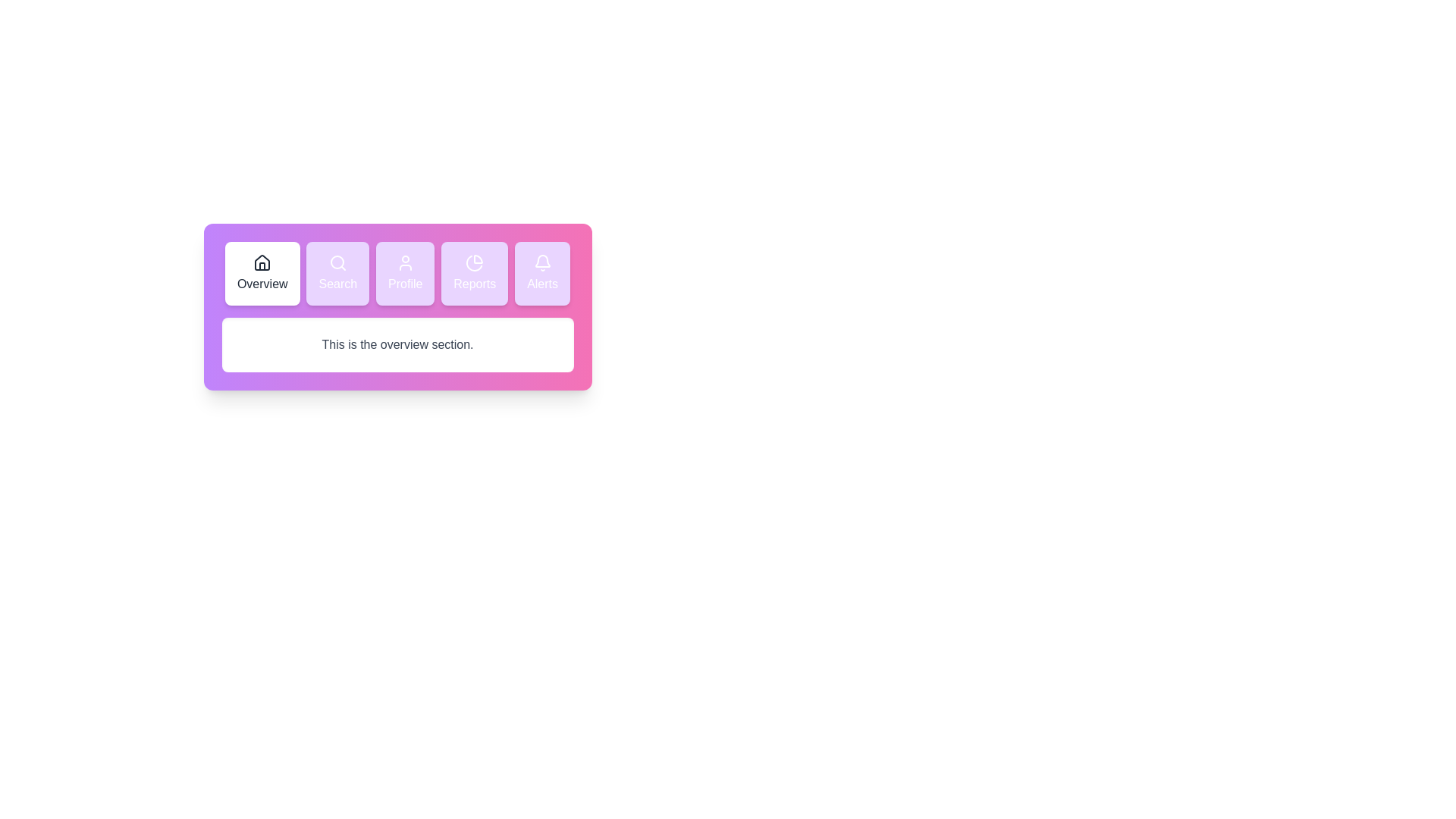 The height and width of the screenshot is (819, 1456). What do you see at coordinates (337, 274) in the screenshot?
I see `the search button located between the 'Overview' button and the 'Profile' button` at bounding box center [337, 274].